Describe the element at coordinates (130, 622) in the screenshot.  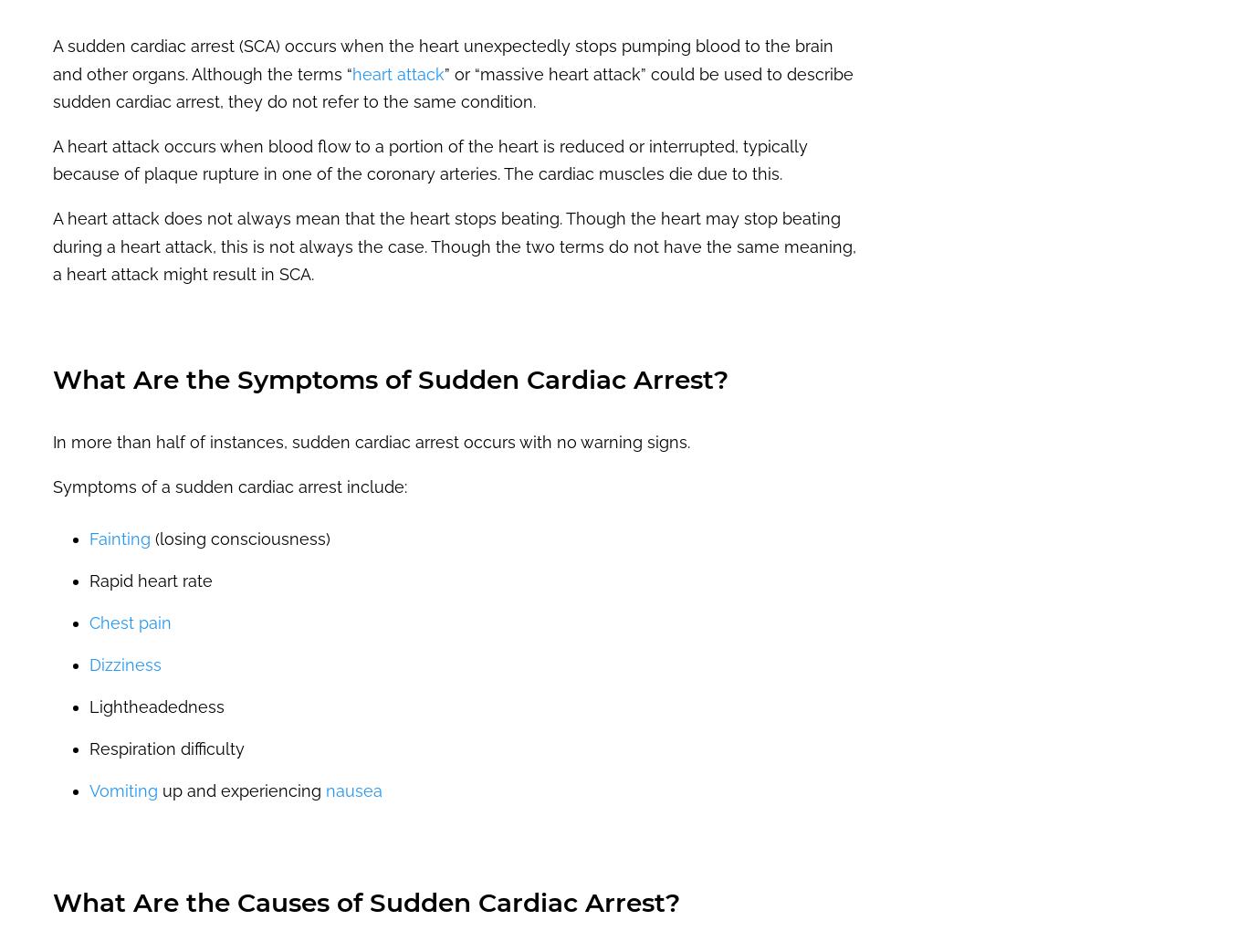
I see `'Chest pain'` at that location.